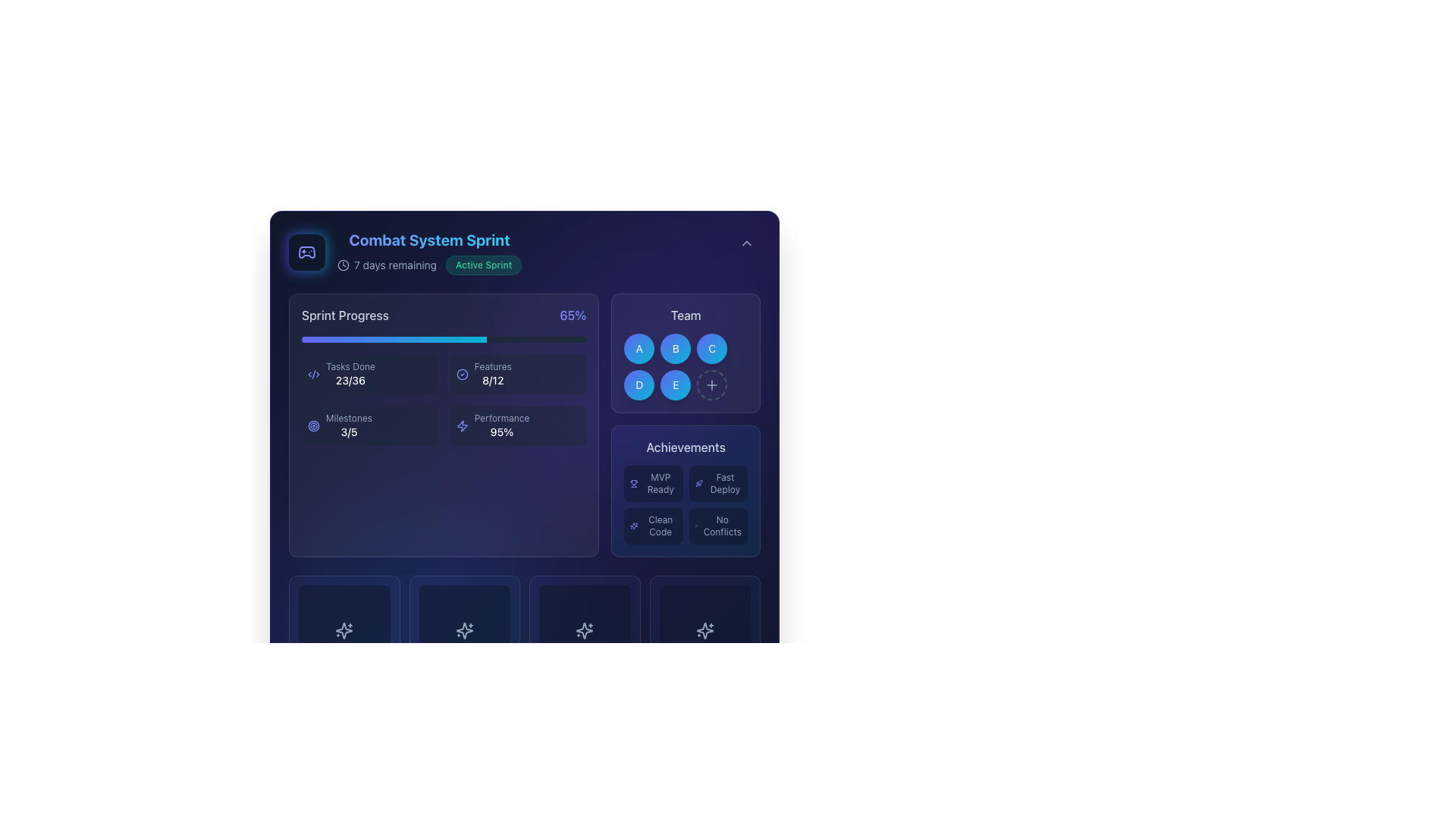 Image resolution: width=1456 pixels, height=819 pixels. What do you see at coordinates (584, 631) in the screenshot?
I see `star icon within the fourth interactive card, which has a gradient background from indigo to cyan and is located at the bottom section of the interface` at bounding box center [584, 631].